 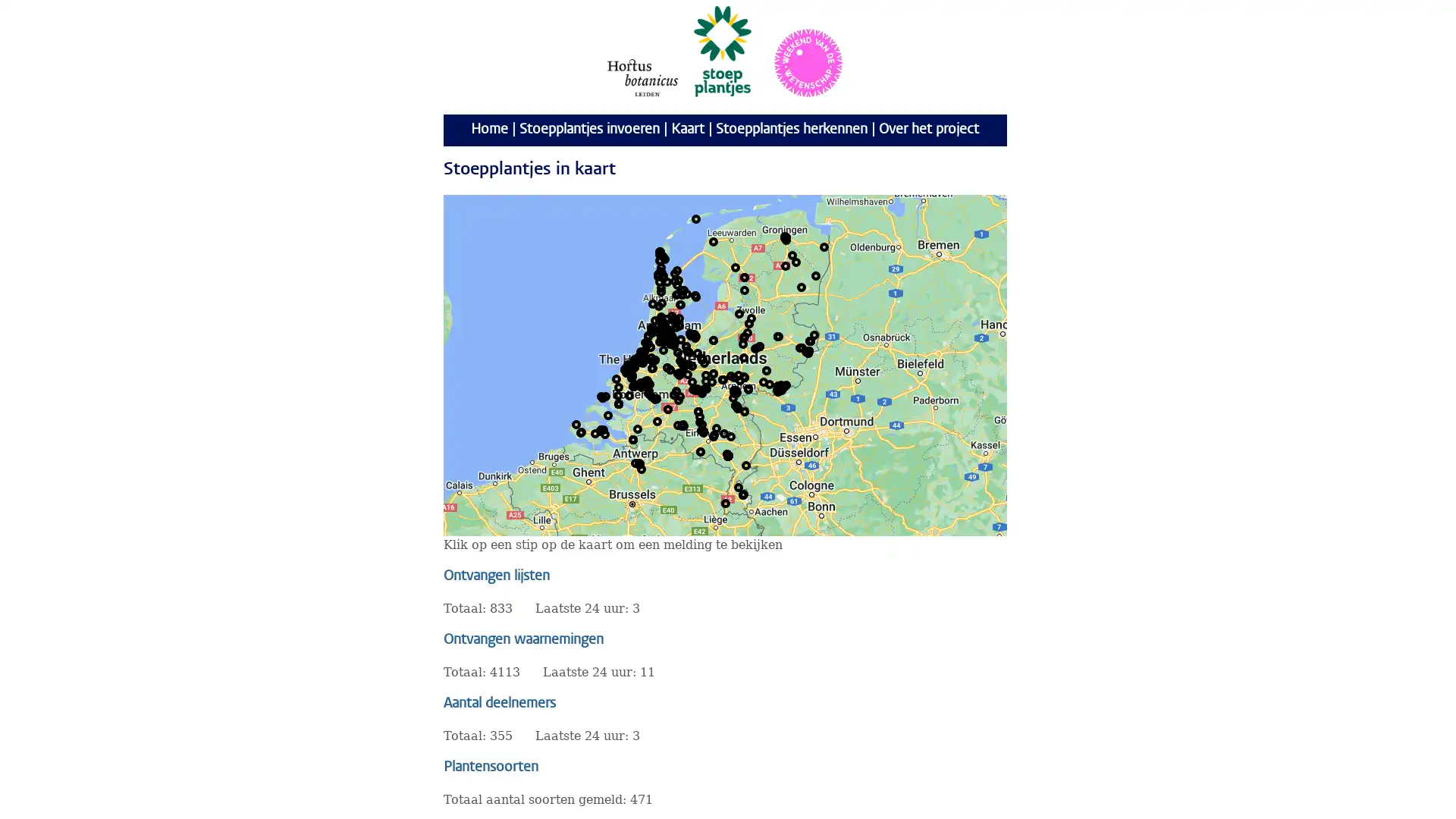 I want to click on Telling van Wetenschapsclub Stevenshof op 19 april 2022, so click(x=638, y=359).